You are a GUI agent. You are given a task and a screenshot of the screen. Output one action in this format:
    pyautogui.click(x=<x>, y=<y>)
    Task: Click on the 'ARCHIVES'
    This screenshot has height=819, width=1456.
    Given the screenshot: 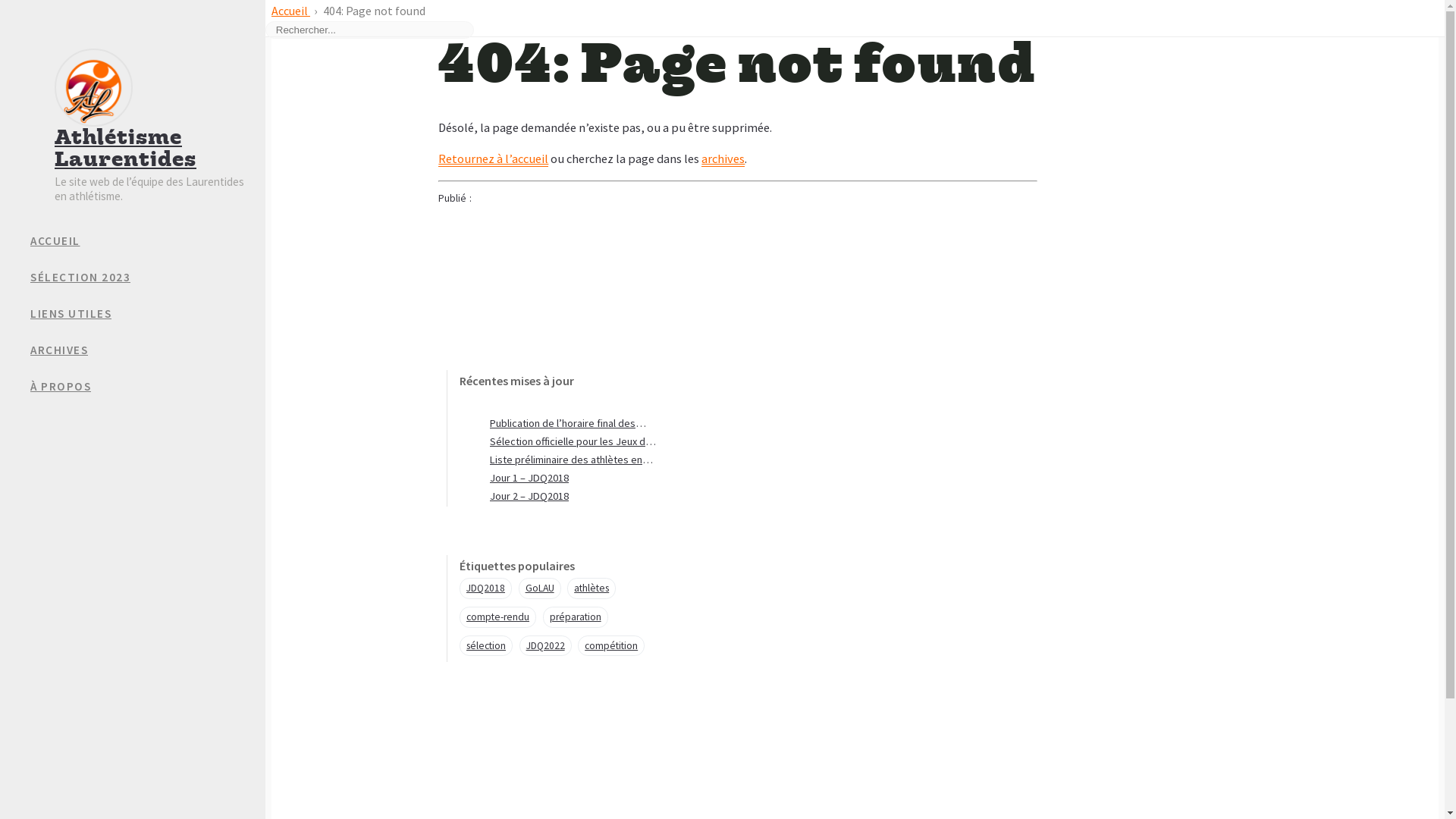 What is the action you would take?
    pyautogui.click(x=30, y=350)
    